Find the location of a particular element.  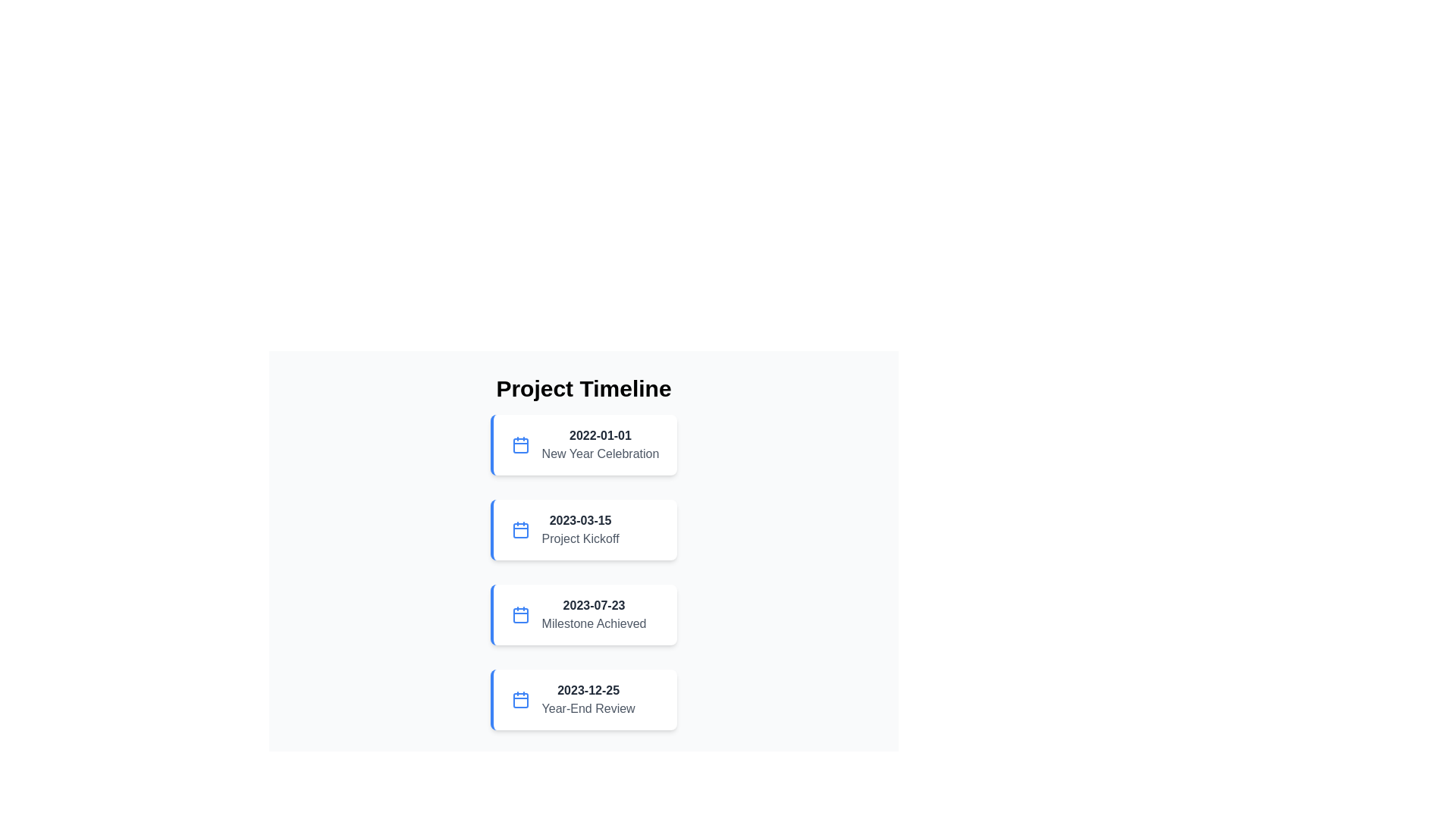

graphical content area of the calendar, which is centrally located within the first calendar icon of the timeline interface, using developer tools is located at coordinates (520, 444).